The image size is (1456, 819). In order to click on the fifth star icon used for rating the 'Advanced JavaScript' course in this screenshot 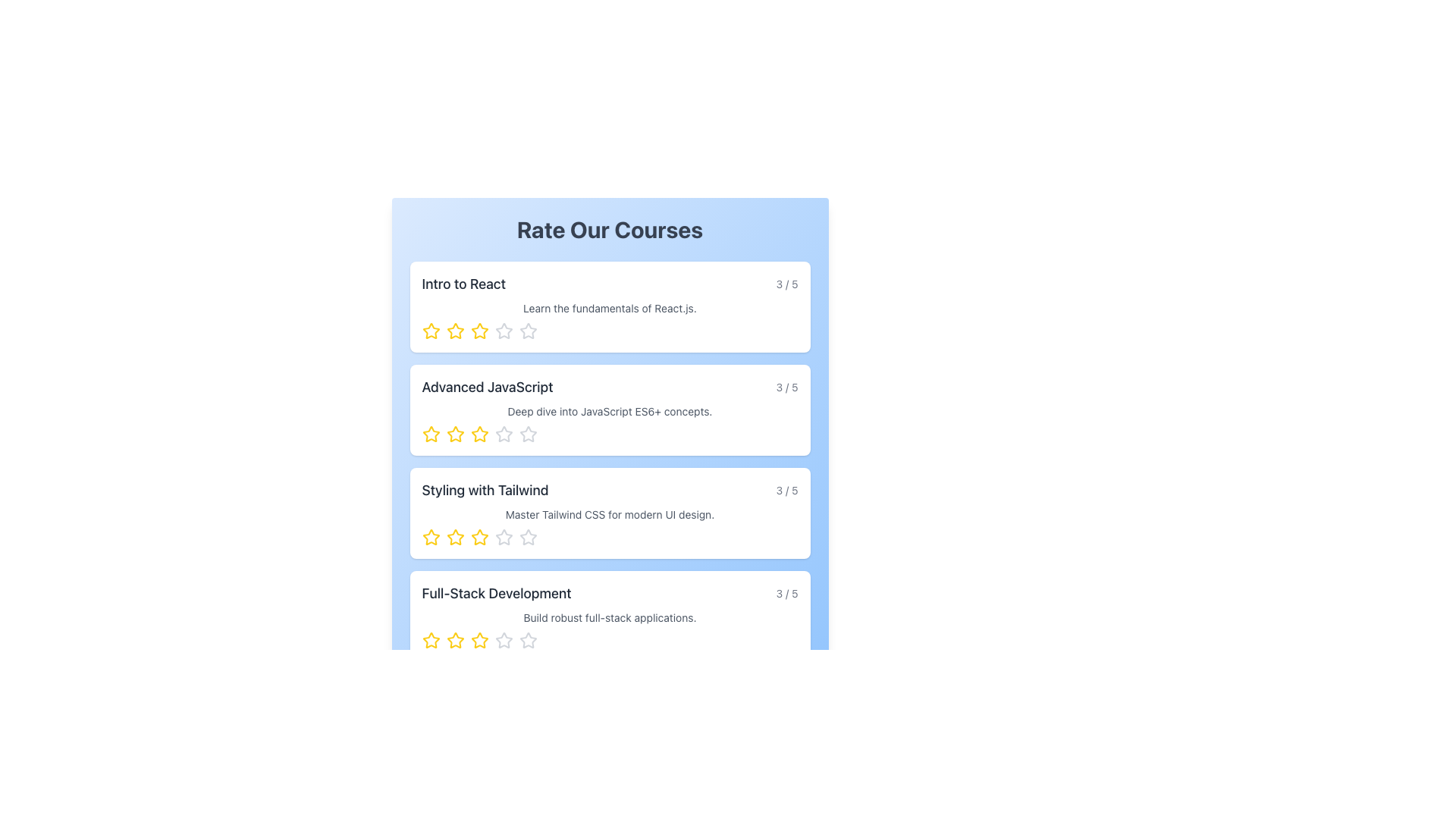, I will do `click(528, 435)`.